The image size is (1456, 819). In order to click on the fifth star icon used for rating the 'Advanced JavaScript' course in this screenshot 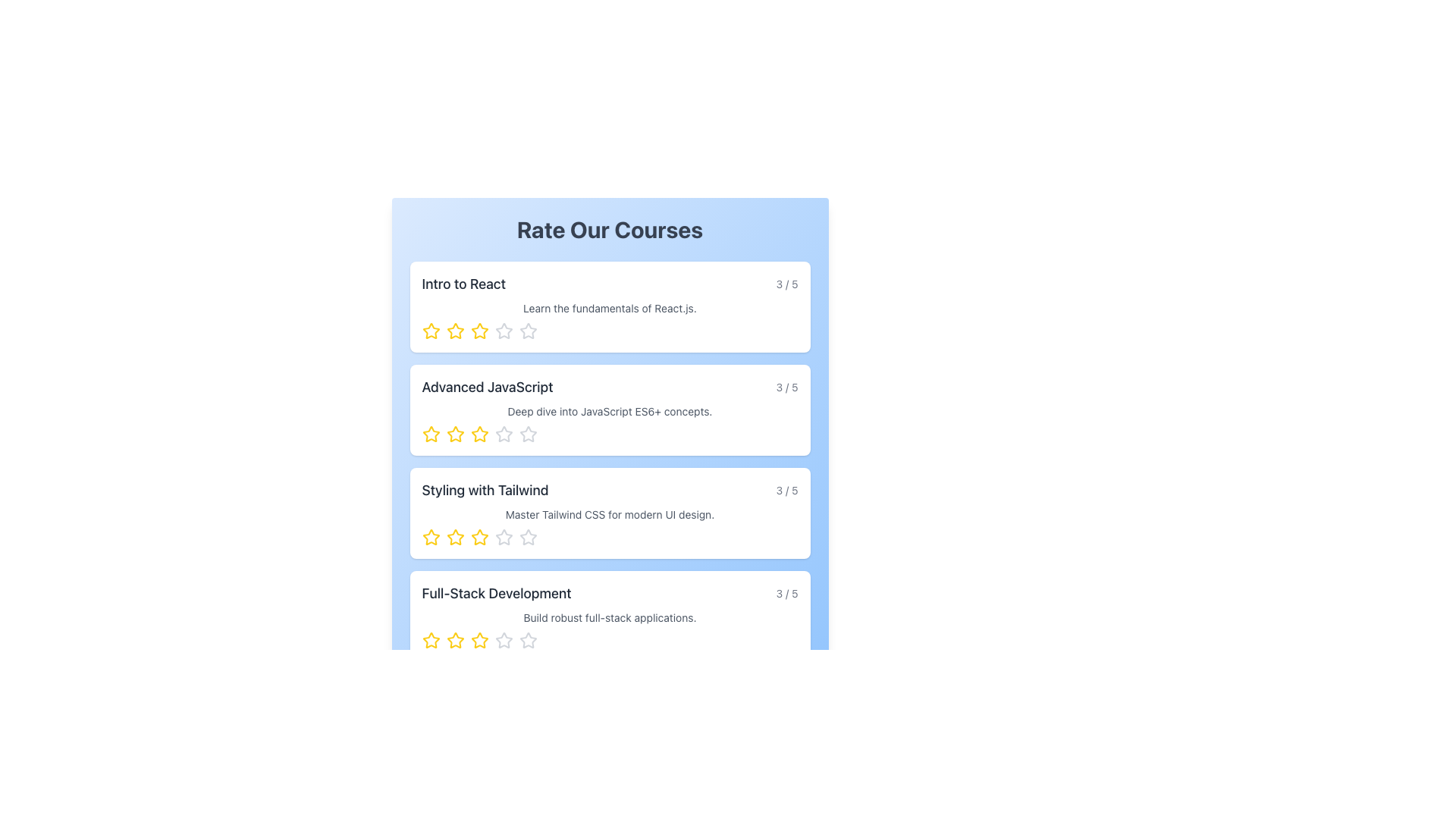, I will do `click(528, 435)`.